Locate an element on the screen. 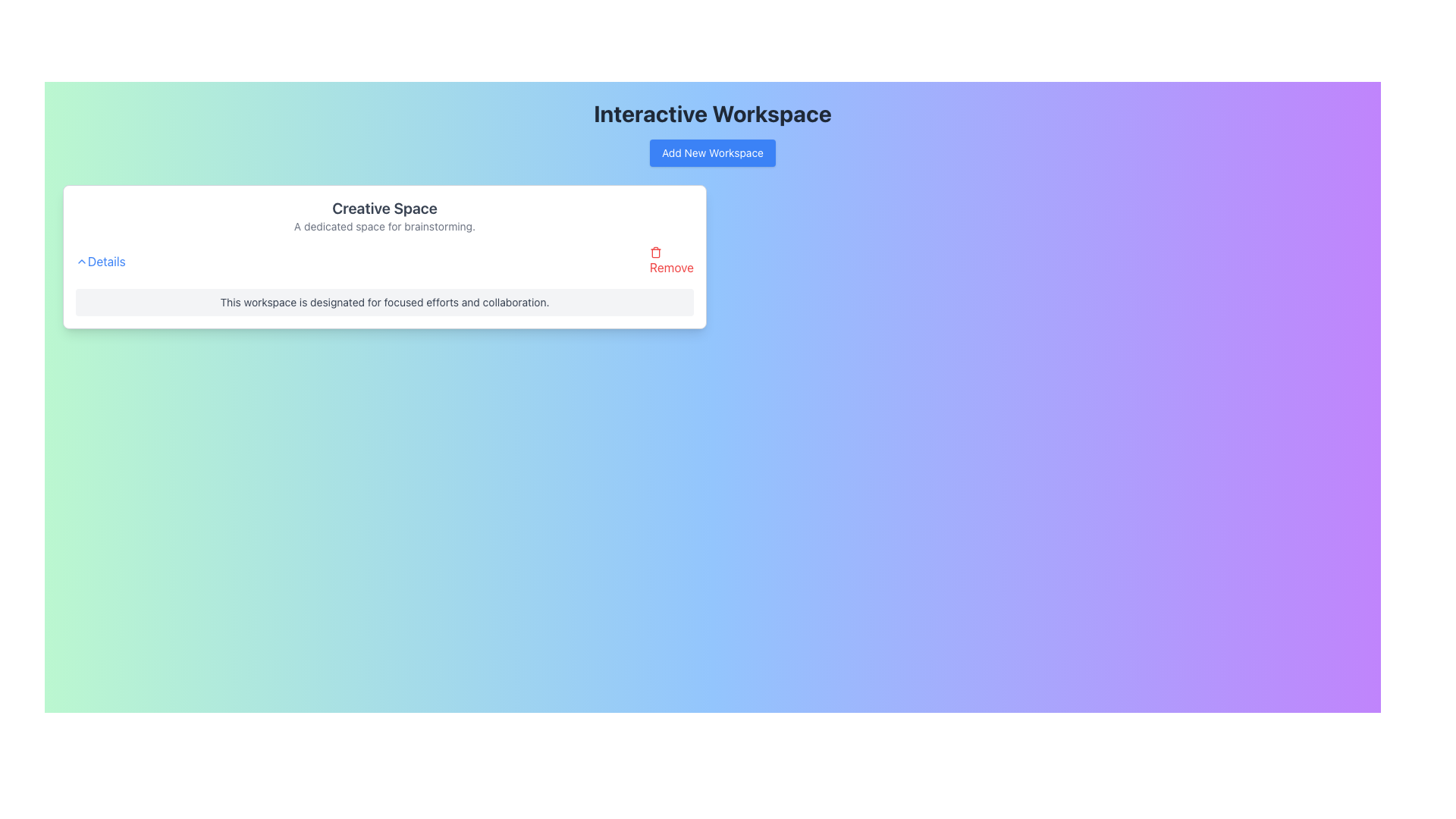 This screenshot has width=1456, height=819. the upward-pointing chevron icon located immediately left of the text 'Details' in the top-left corner of the card containing 'Creative Space' information is located at coordinates (81, 260).